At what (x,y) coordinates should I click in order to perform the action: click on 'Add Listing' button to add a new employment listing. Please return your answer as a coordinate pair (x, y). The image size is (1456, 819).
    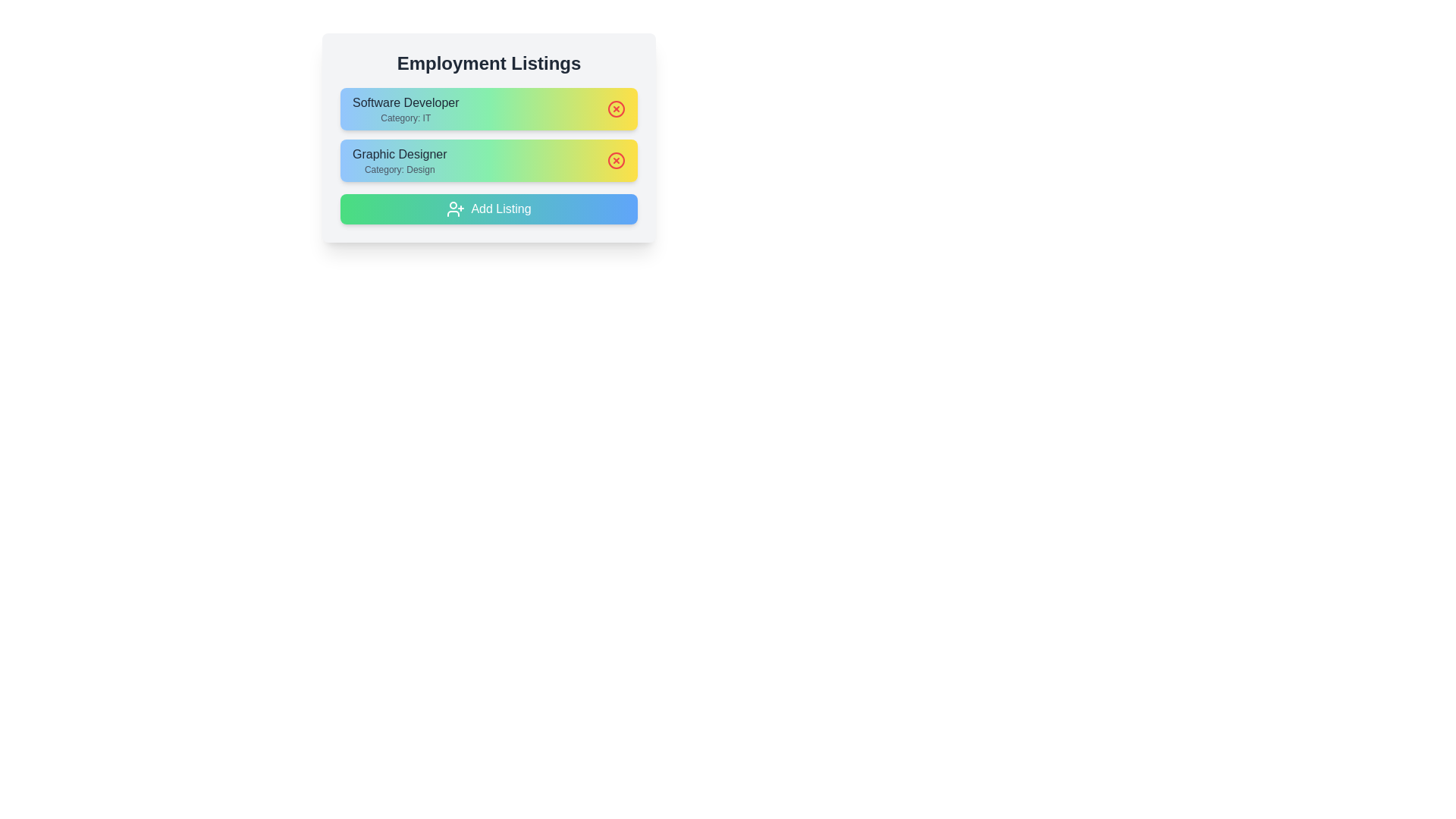
    Looking at the image, I should click on (488, 209).